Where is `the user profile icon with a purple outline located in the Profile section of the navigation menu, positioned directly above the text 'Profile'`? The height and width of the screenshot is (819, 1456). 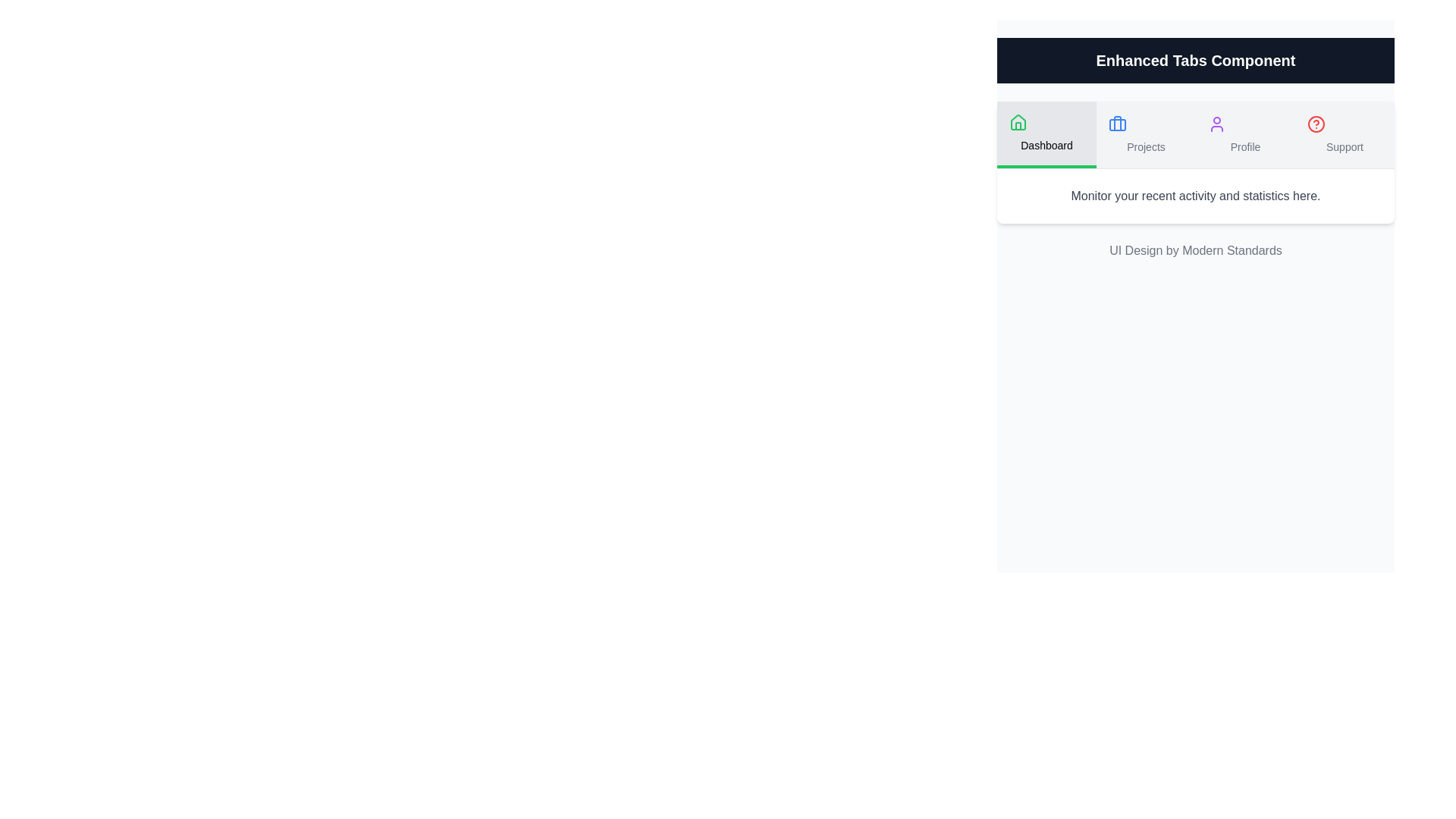 the user profile icon with a purple outline located in the Profile section of the navigation menu, positioned directly above the text 'Profile' is located at coordinates (1216, 124).